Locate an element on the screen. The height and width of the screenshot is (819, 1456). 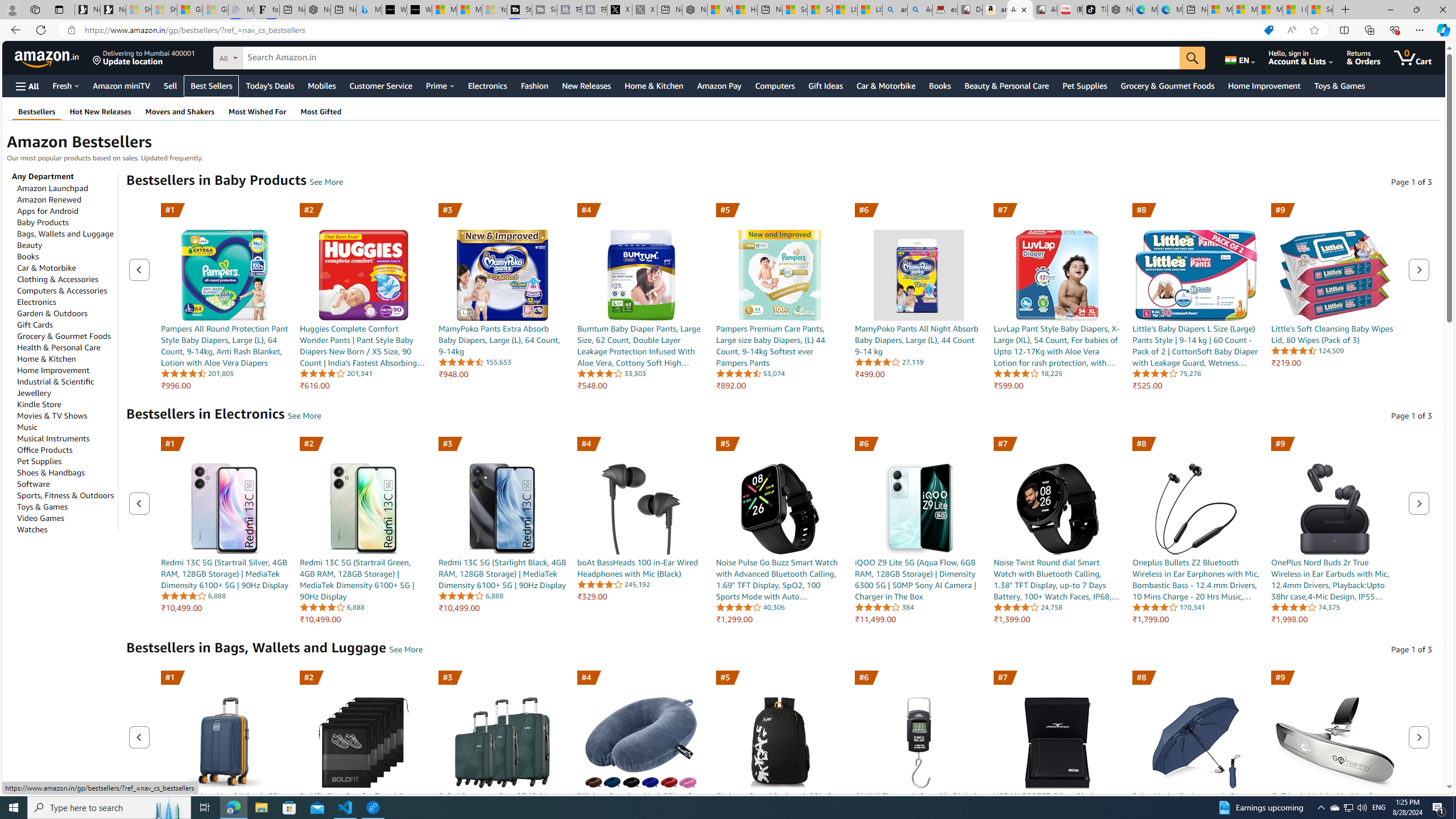
'boAt BassHeads 100 in-Ear Wired Headphones with Mic (Black)' is located at coordinates (640, 508).